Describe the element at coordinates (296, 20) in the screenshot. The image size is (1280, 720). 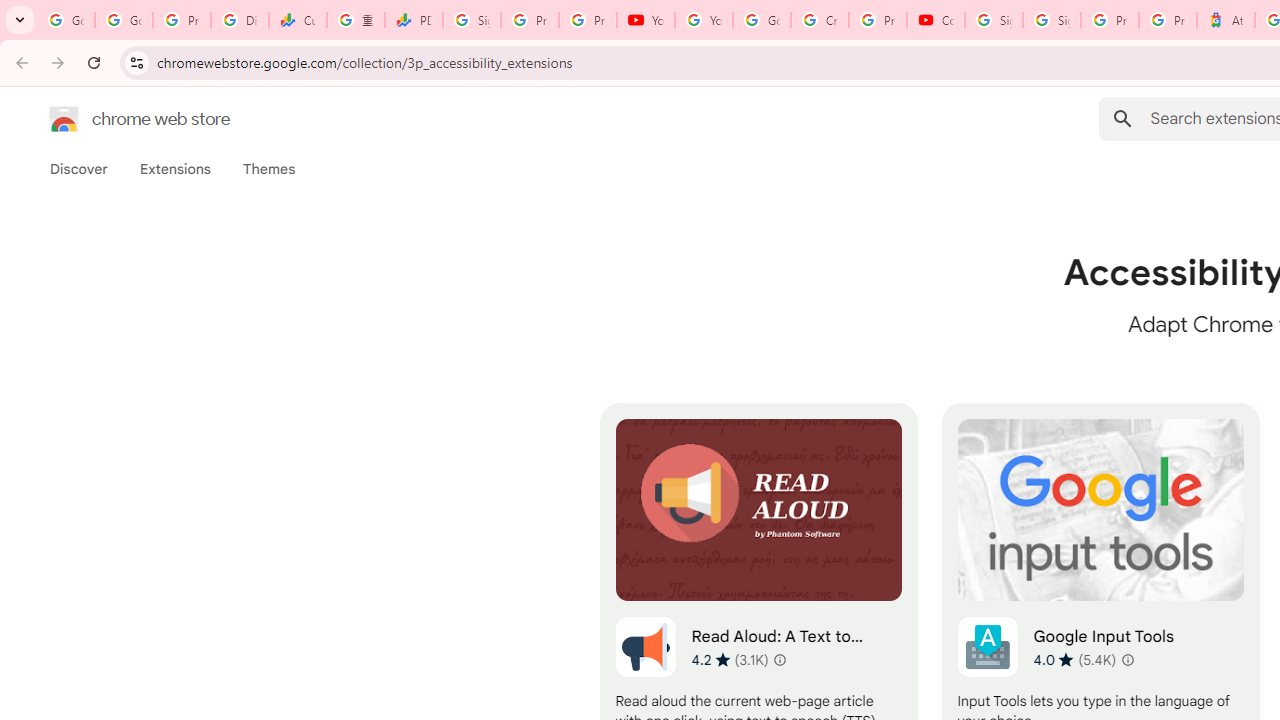
I see `'Currencies - Google Finance'` at that location.